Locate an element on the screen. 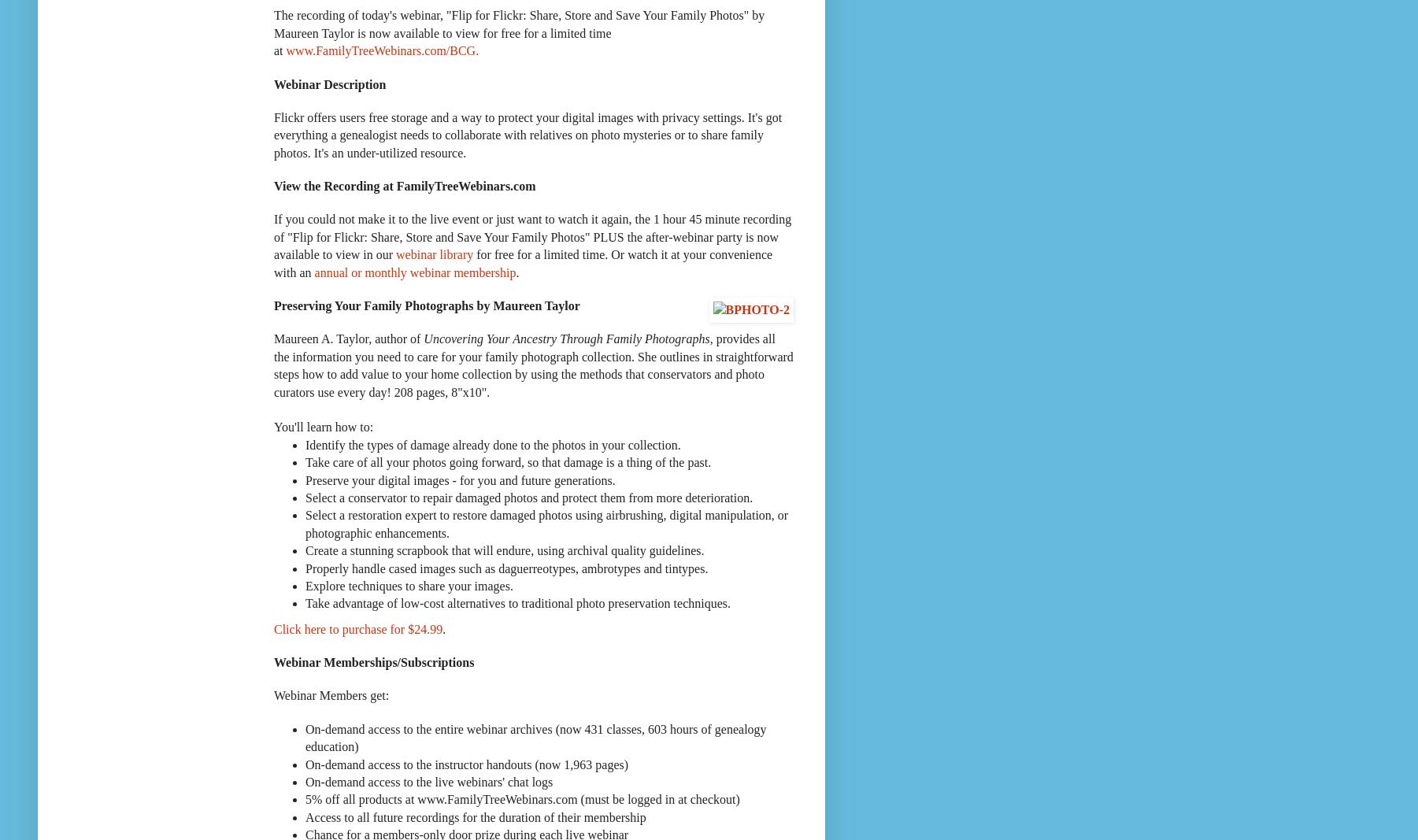  'annual or monthly webinar membership' is located at coordinates (414, 272).